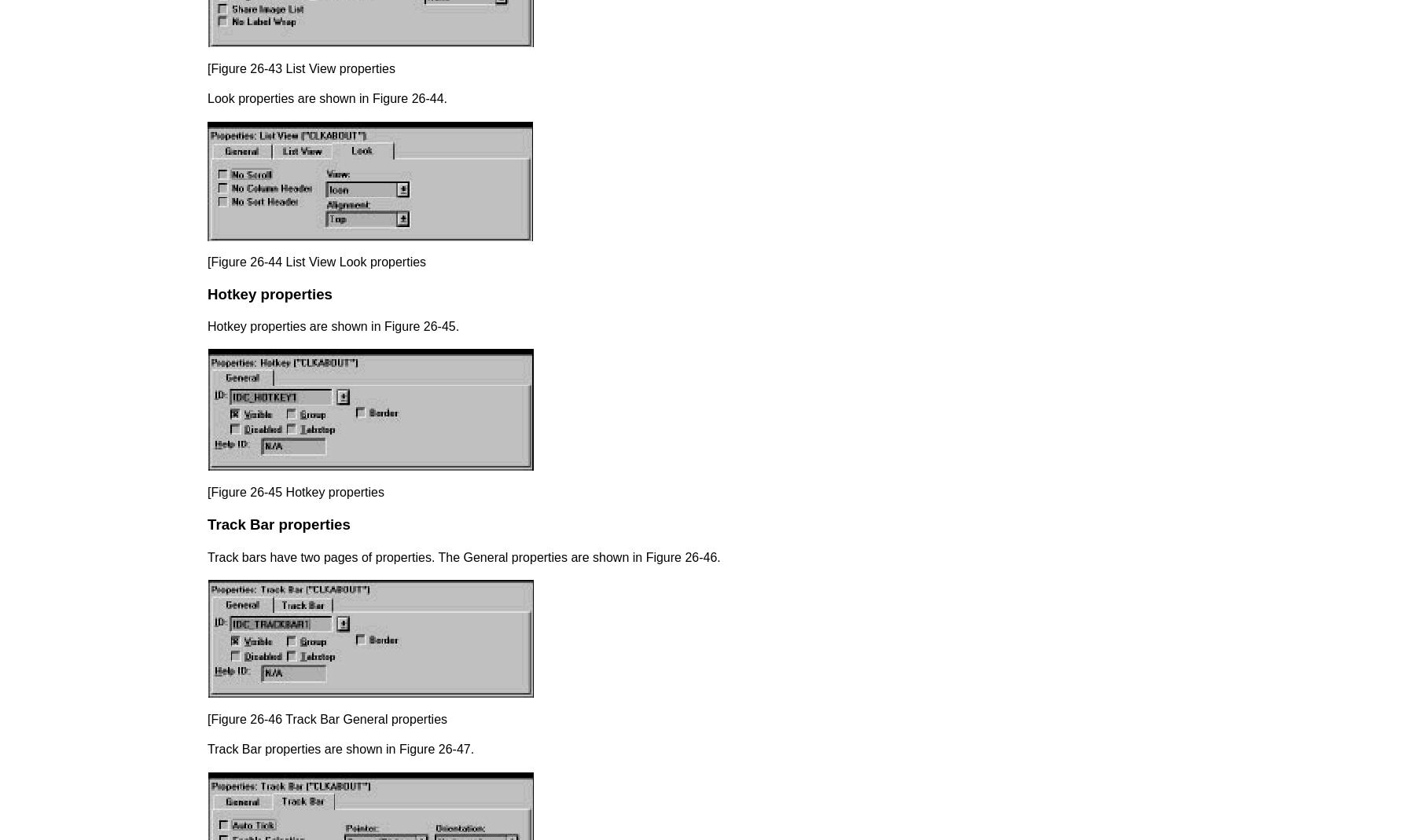 Image resolution: width=1415 pixels, height=840 pixels. What do you see at coordinates (207, 67) in the screenshot?
I see `'[Figure 26-43 List View properties'` at bounding box center [207, 67].